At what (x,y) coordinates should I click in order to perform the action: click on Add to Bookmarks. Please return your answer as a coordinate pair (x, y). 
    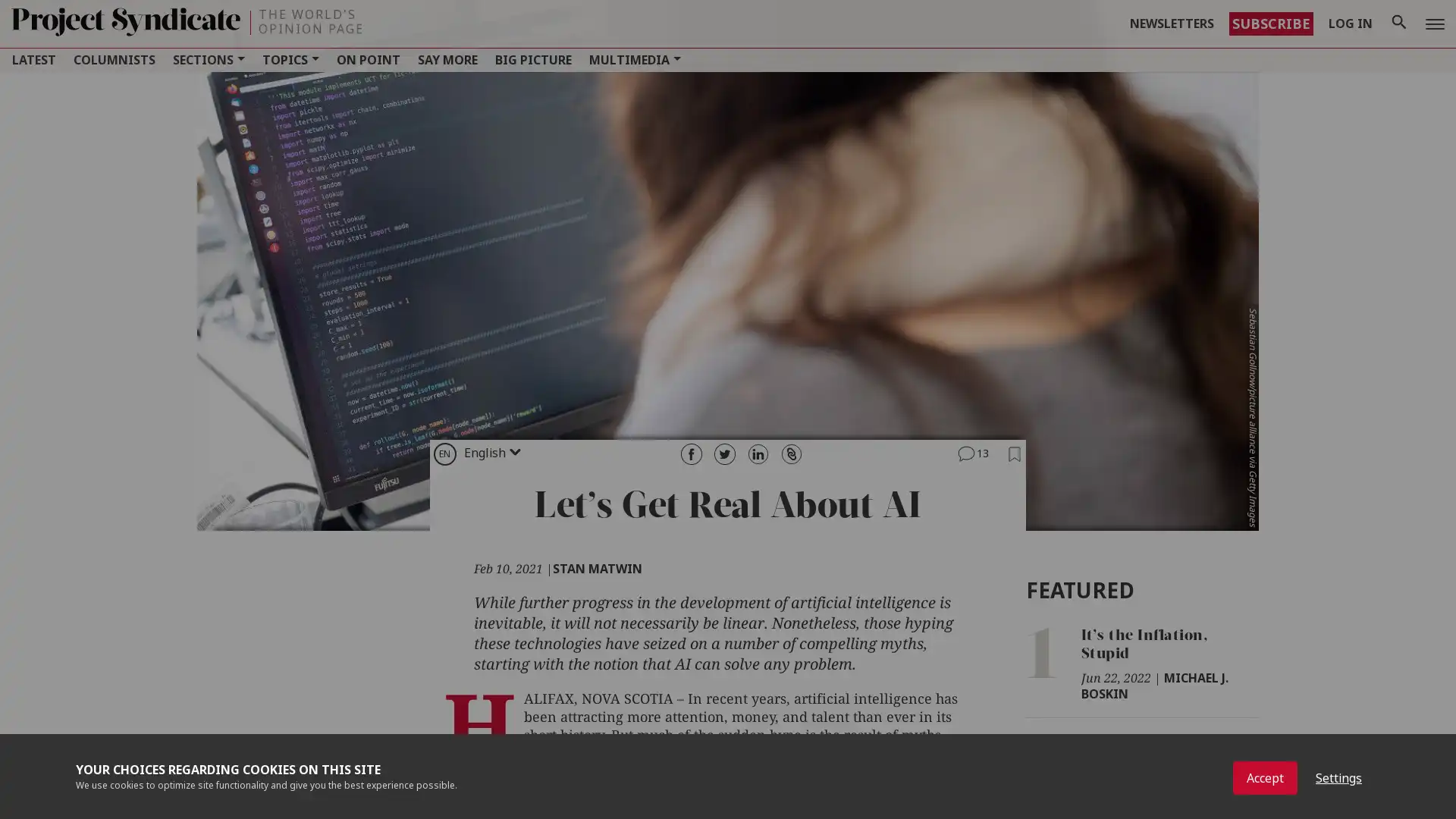
    Looking at the image, I should click on (1015, 455).